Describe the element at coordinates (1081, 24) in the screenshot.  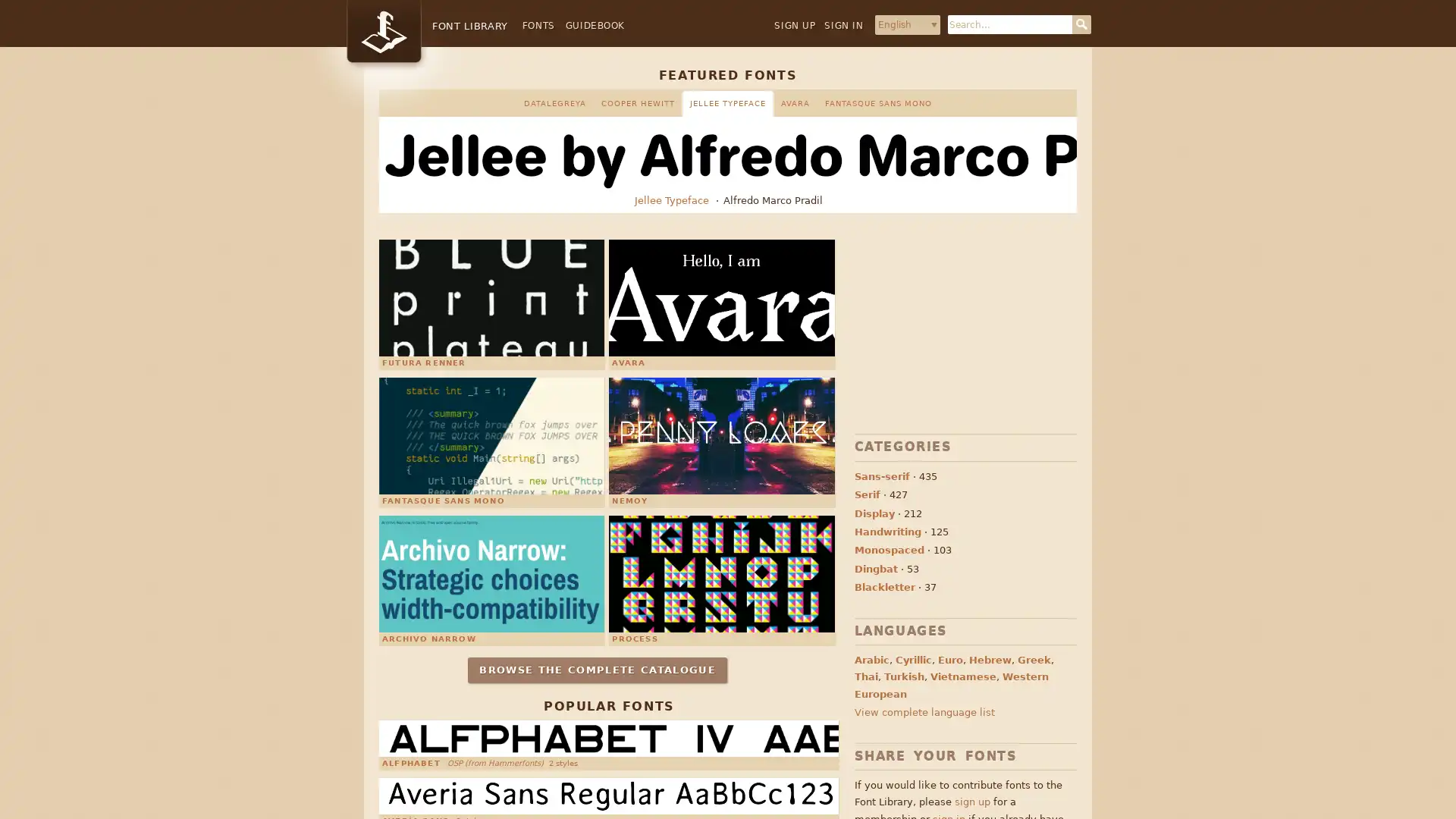
I see `Search` at that location.